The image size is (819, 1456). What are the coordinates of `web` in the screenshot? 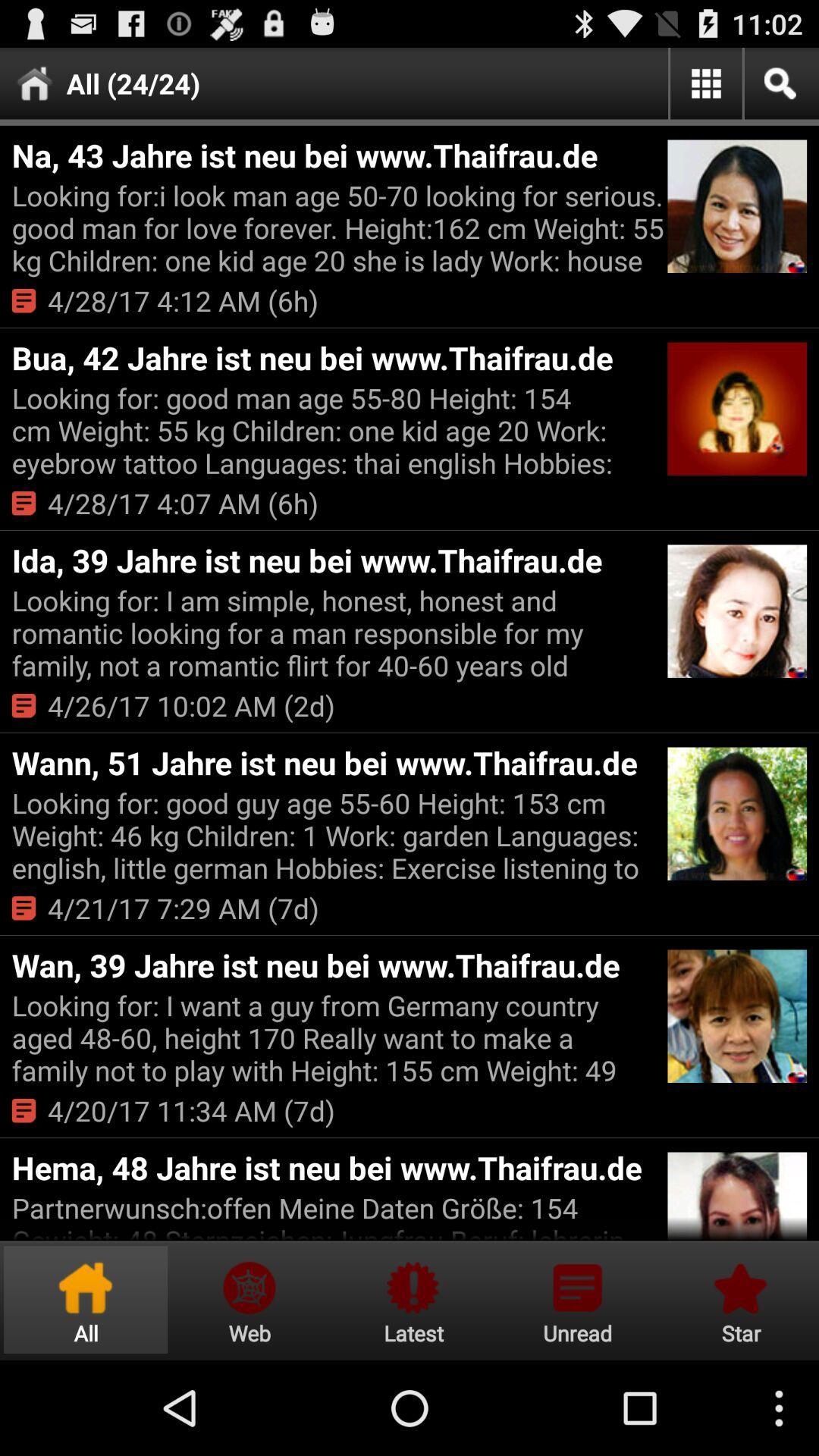 It's located at (249, 1299).